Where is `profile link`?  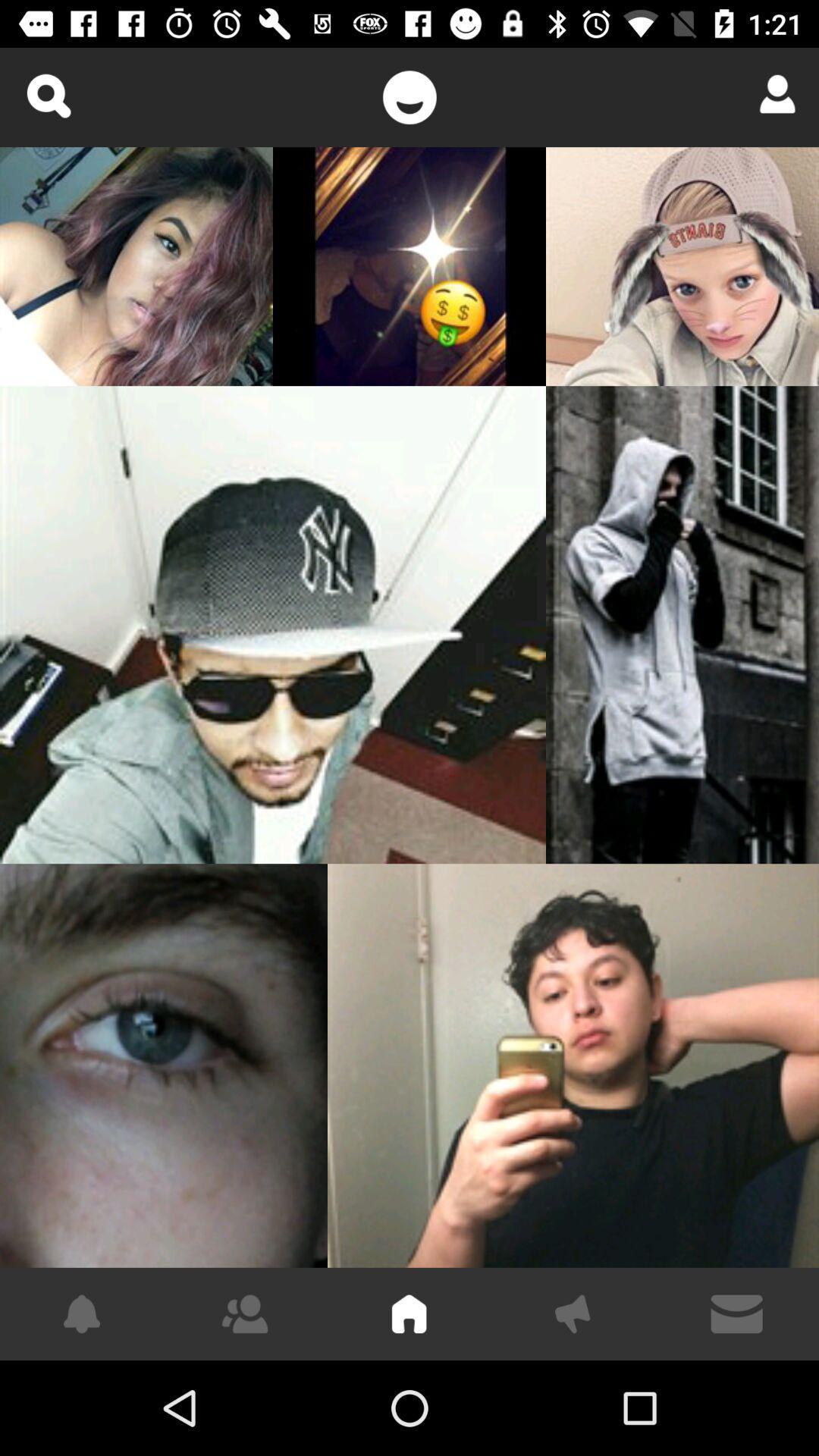
profile link is located at coordinates (772, 93).